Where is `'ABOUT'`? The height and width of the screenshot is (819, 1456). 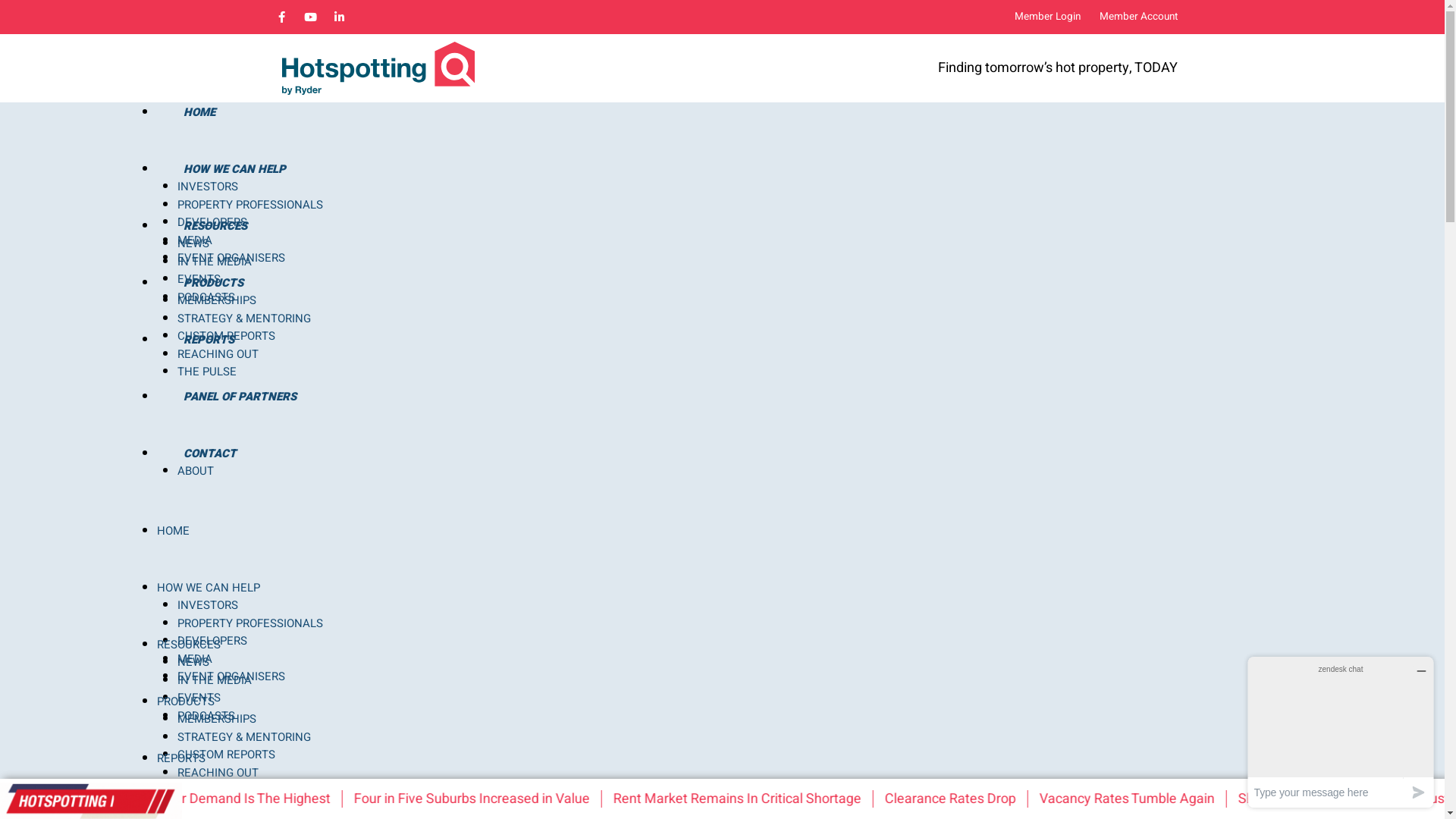
'ABOUT' is located at coordinates (195, 470).